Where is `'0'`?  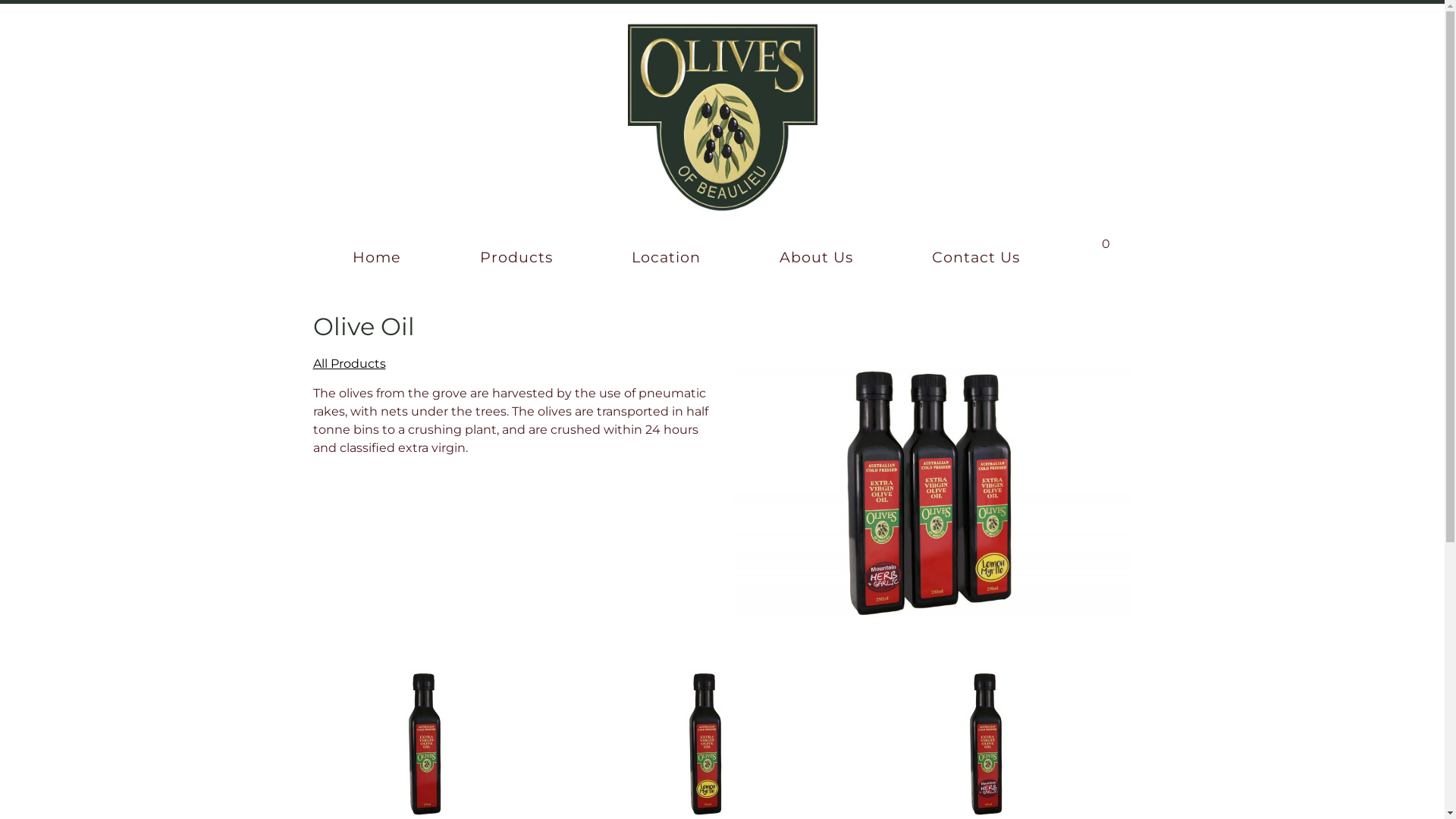
'0' is located at coordinates (1093, 239).